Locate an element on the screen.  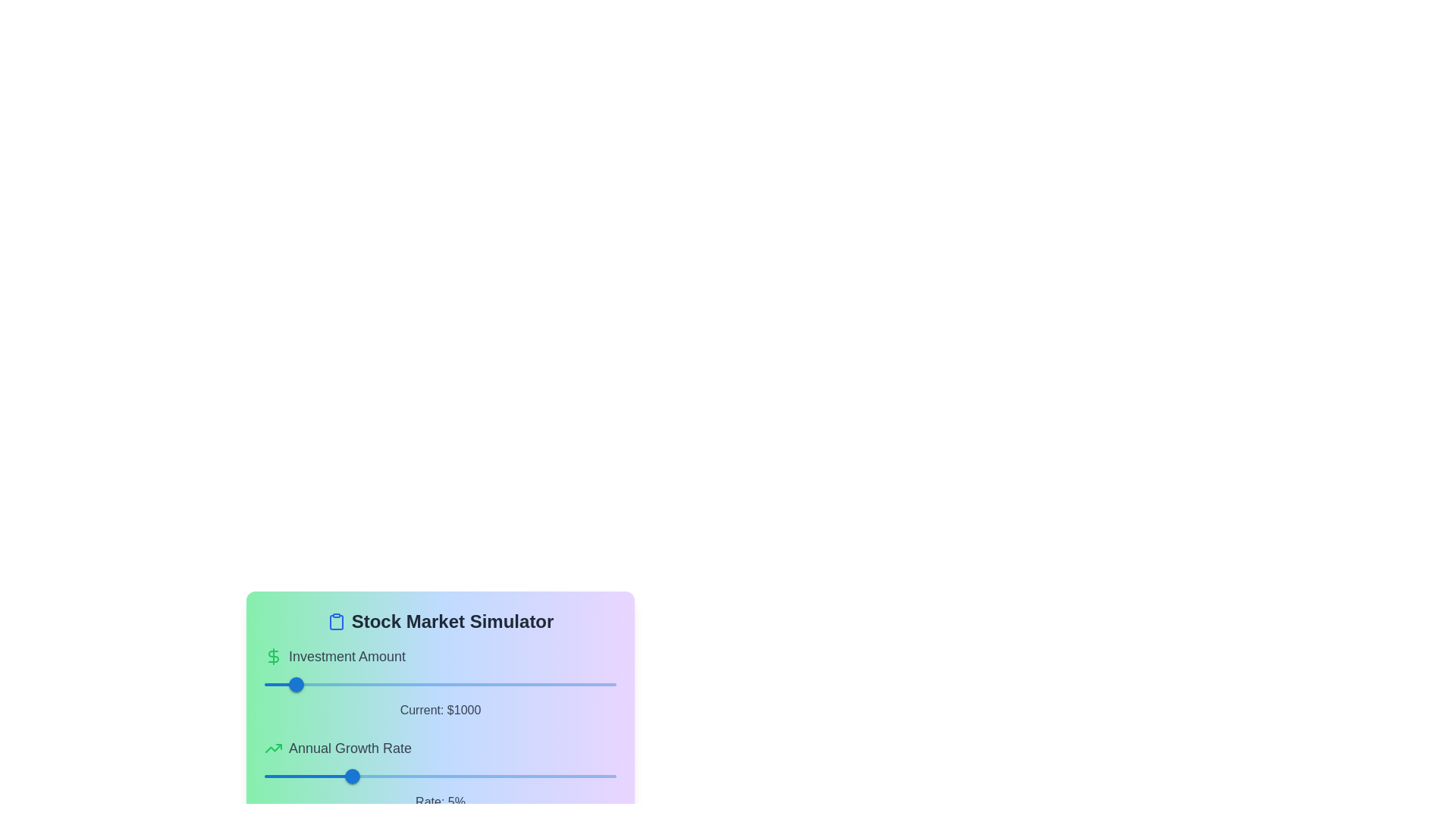
the slider value is located at coordinates (348, 776).